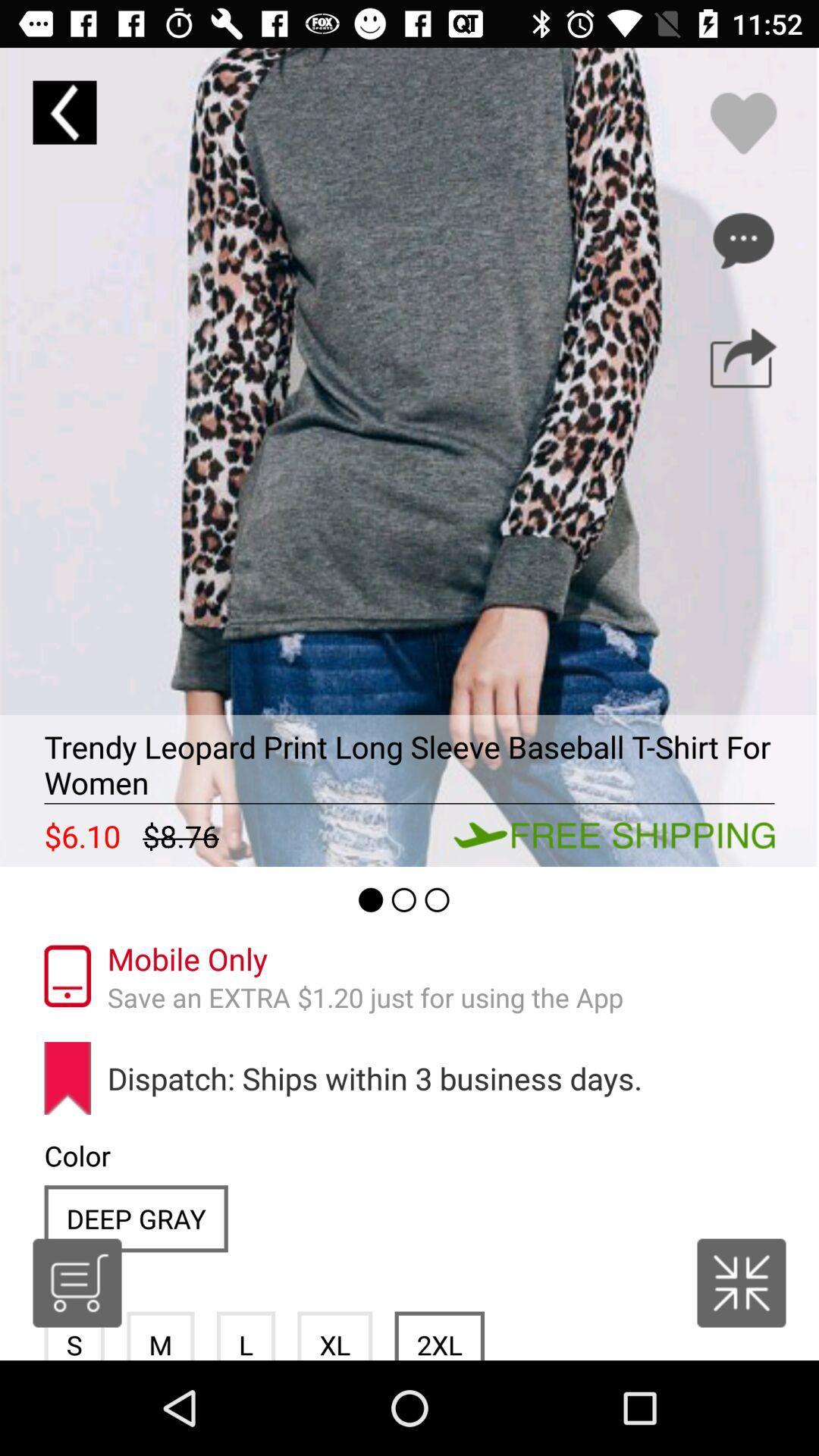 Image resolution: width=819 pixels, height=1456 pixels. Describe the element at coordinates (439, 1335) in the screenshot. I see `item next to xl` at that location.